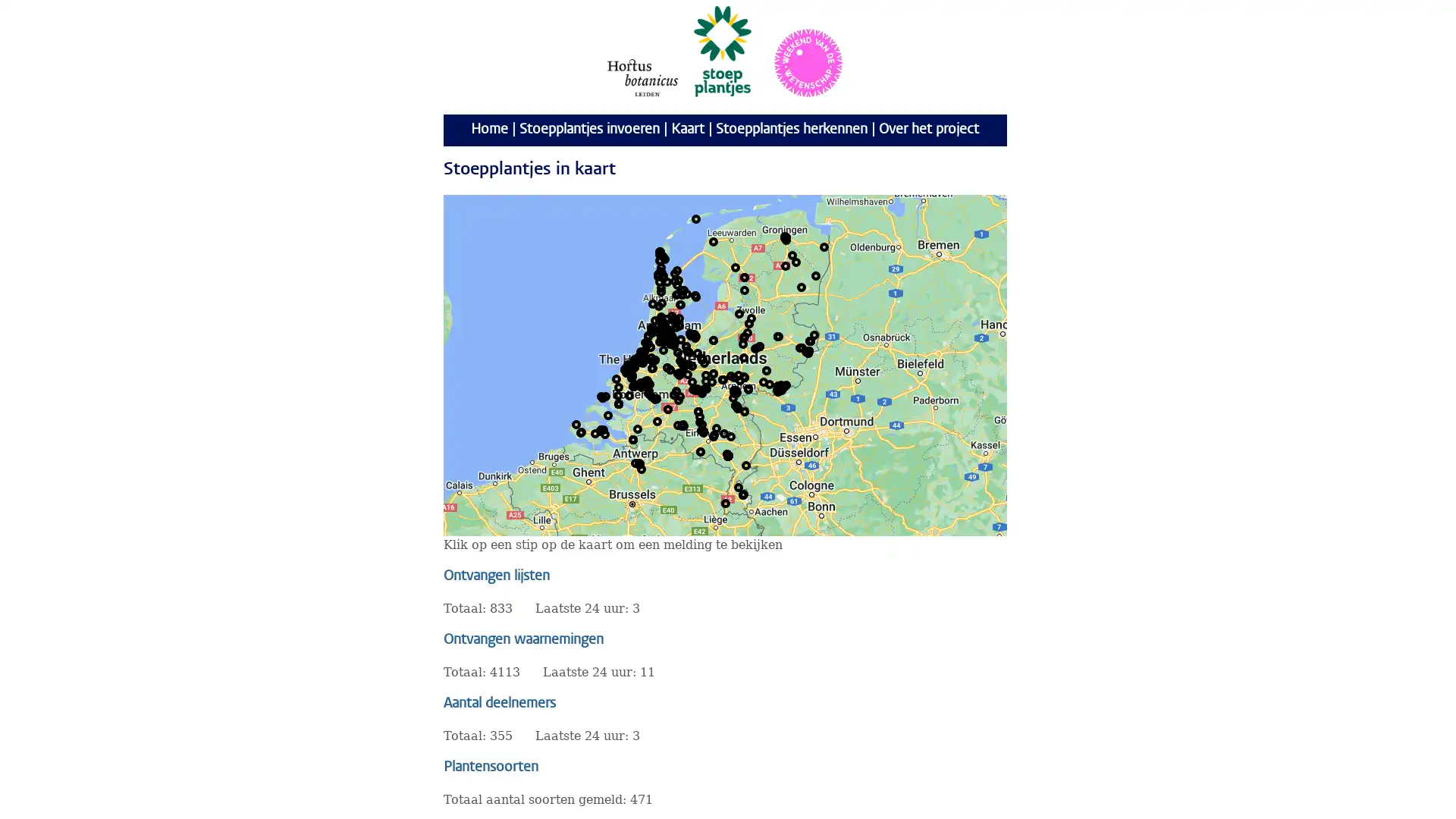  Describe the element at coordinates (728, 455) in the screenshot. I see `Telling van Ton Frenken op 23 mei 2022` at that location.